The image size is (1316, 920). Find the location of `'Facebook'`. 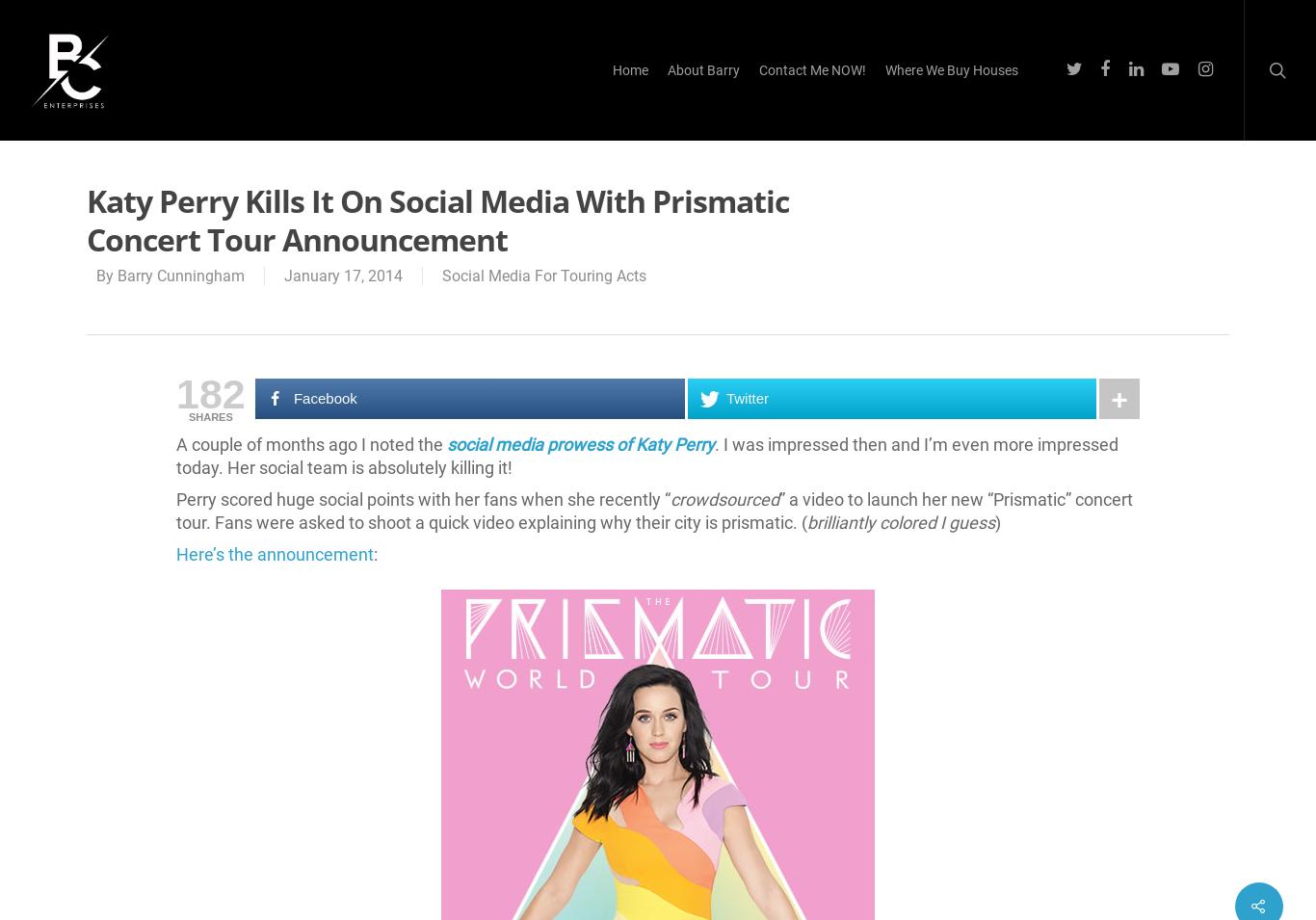

'Facebook' is located at coordinates (324, 397).